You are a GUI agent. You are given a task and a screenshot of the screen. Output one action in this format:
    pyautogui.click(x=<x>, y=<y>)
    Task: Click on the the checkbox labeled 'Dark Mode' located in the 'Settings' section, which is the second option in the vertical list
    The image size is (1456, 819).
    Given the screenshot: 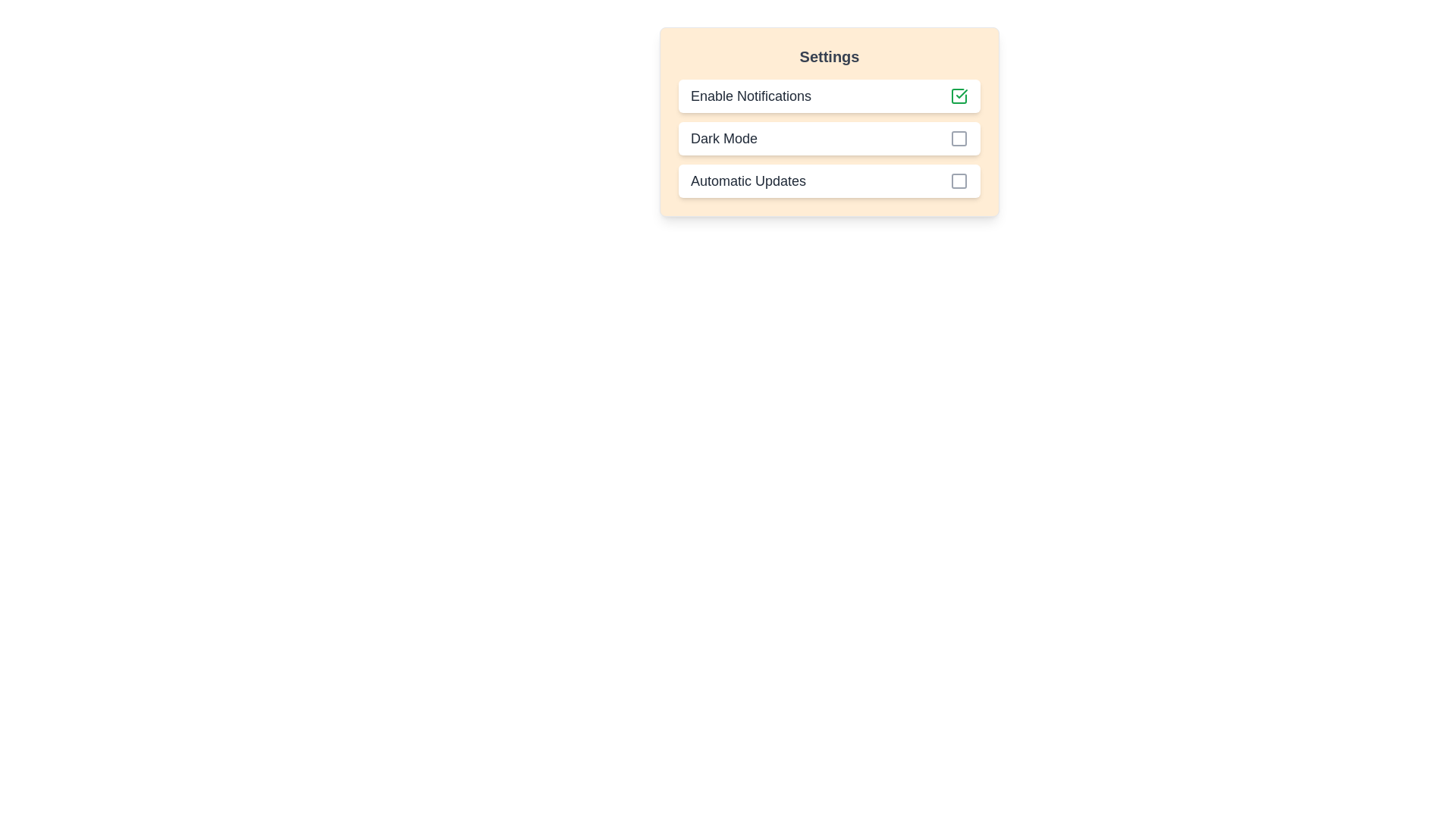 What is the action you would take?
    pyautogui.click(x=829, y=138)
    